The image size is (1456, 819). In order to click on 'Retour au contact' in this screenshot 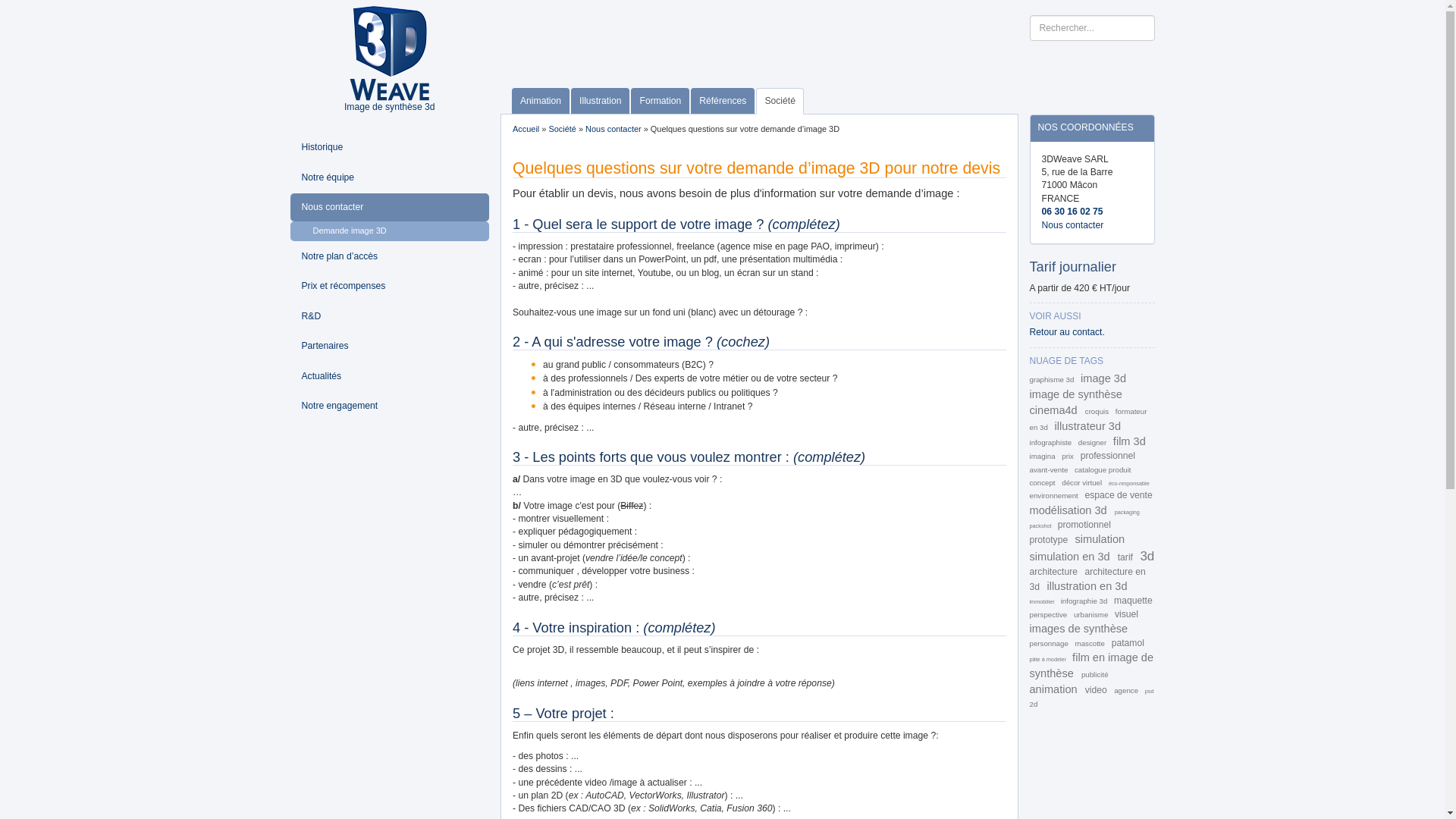, I will do `click(1030, 331)`.